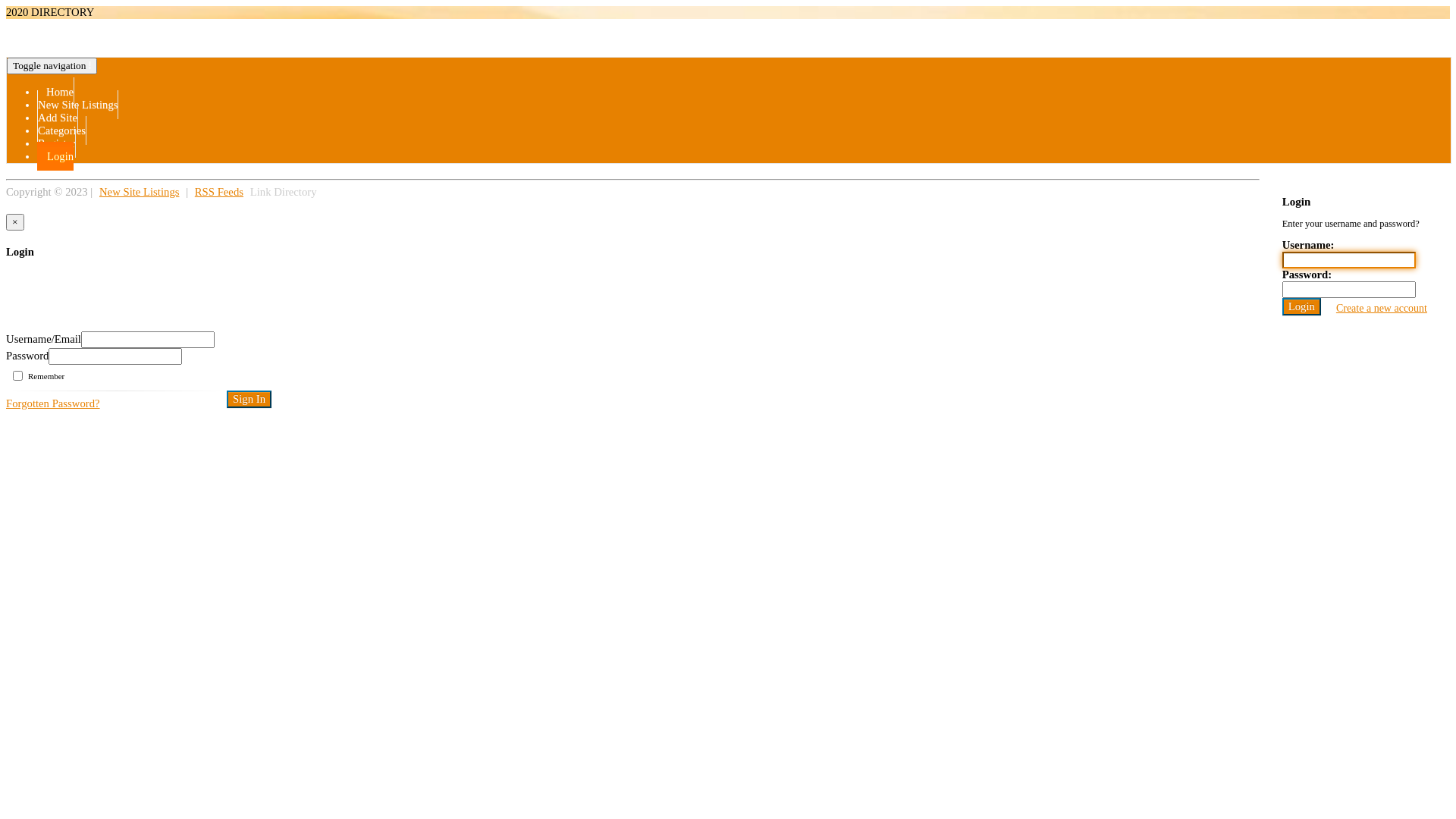 The height and width of the screenshot is (819, 1456). What do you see at coordinates (53, 403) in the screenshot?
I see `'Forgotten Password?'` at bounding box center [53, 403].